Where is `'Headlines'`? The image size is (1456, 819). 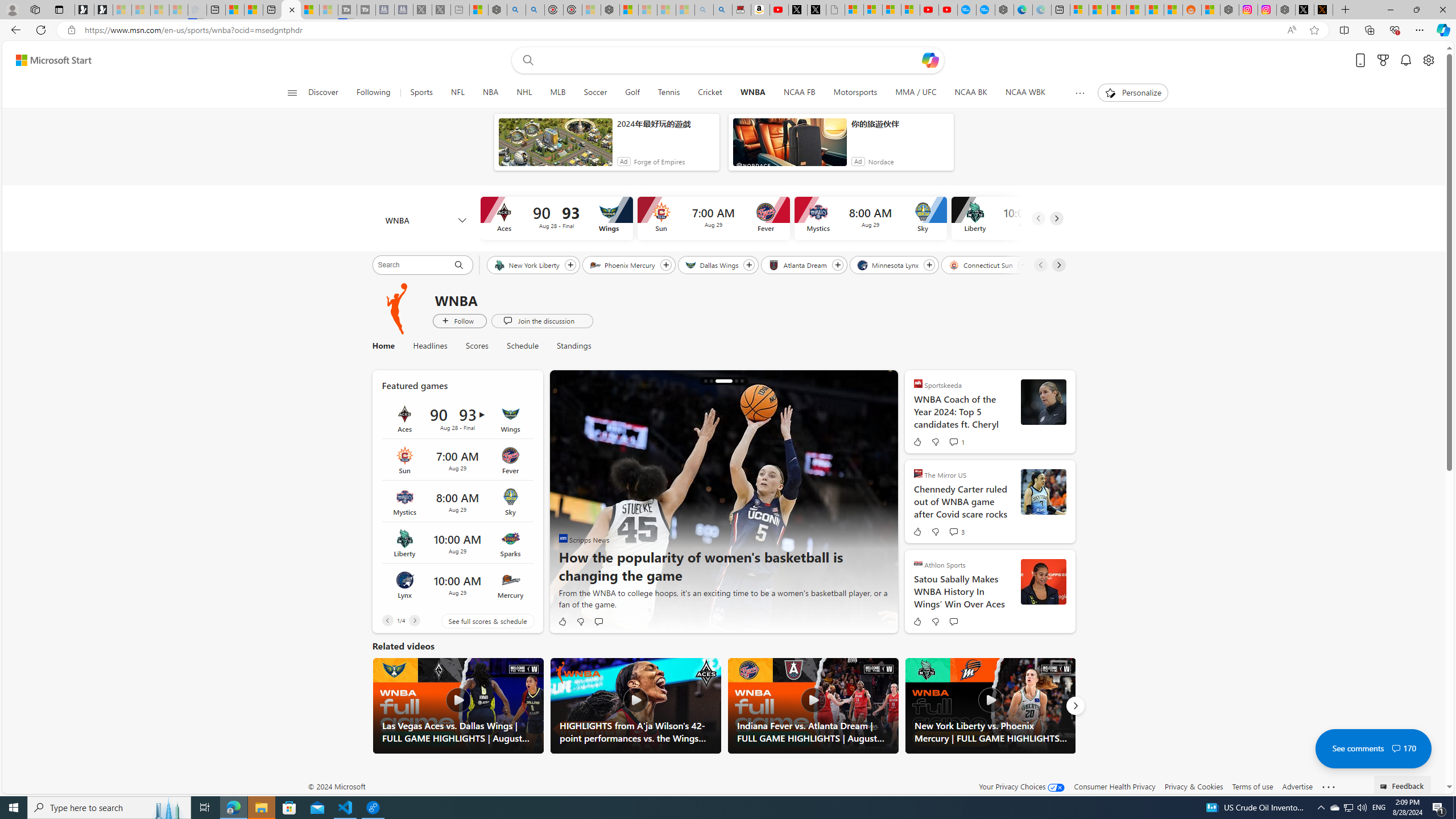
'Headlines' is located at coordinates (429, 346).